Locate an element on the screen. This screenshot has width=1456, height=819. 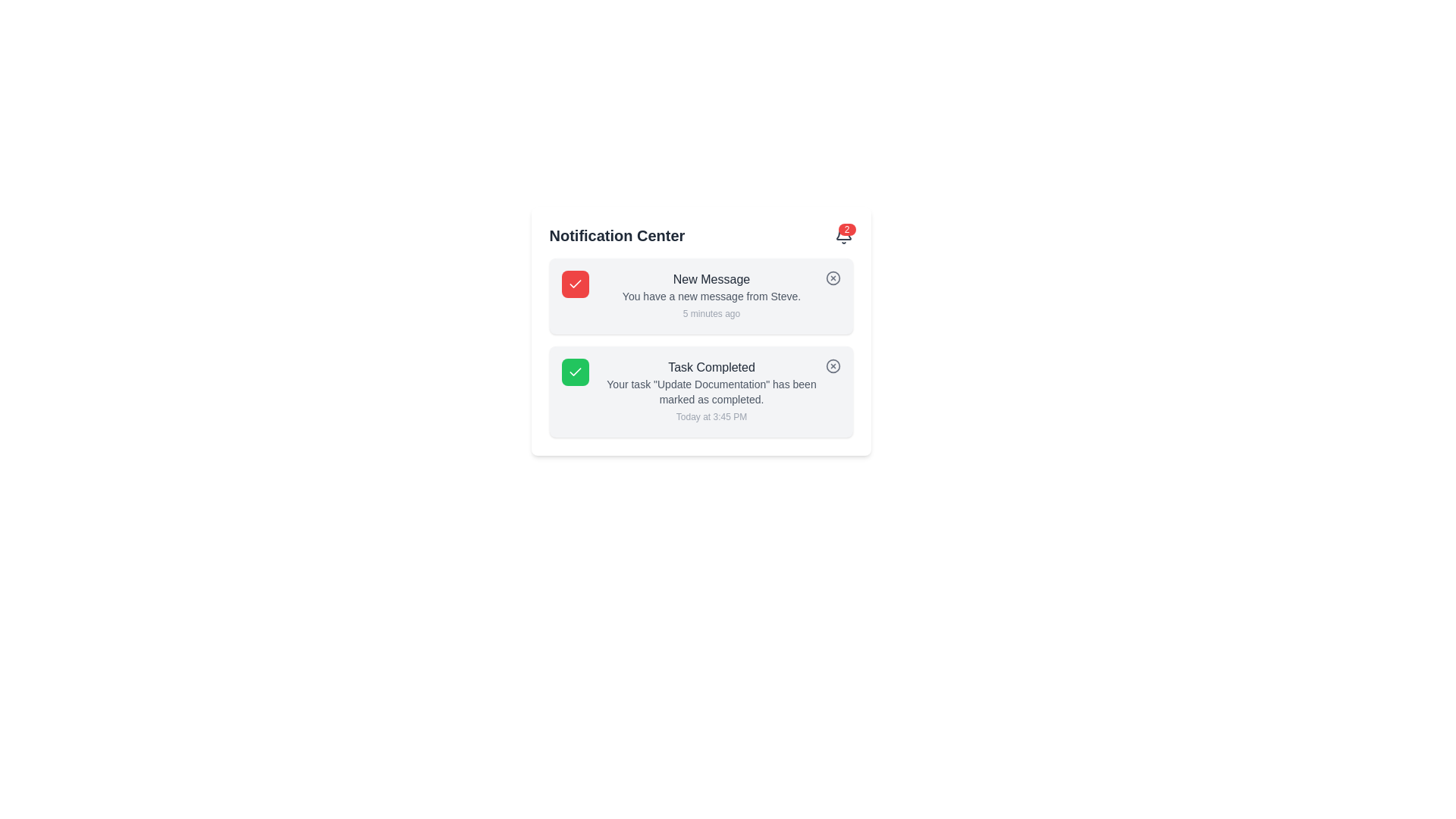
the timestamp text label located at the lower-right corner of the 'Task Completed' notification box is located at coordinates (711, 417).